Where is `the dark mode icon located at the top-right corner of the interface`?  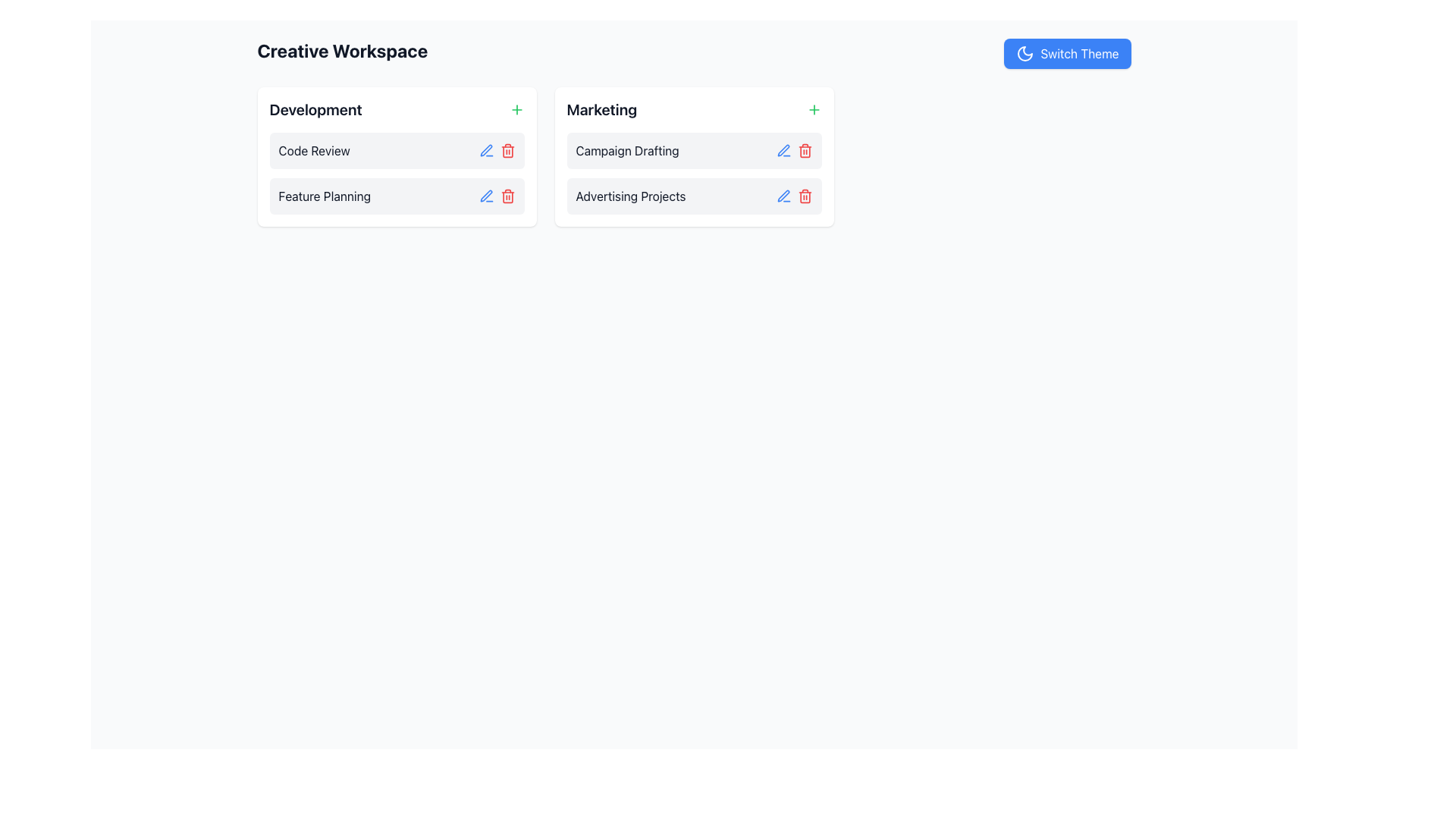
the dark mode icon located at the top-right corner of the interface is located at coordinates (1025, 52).